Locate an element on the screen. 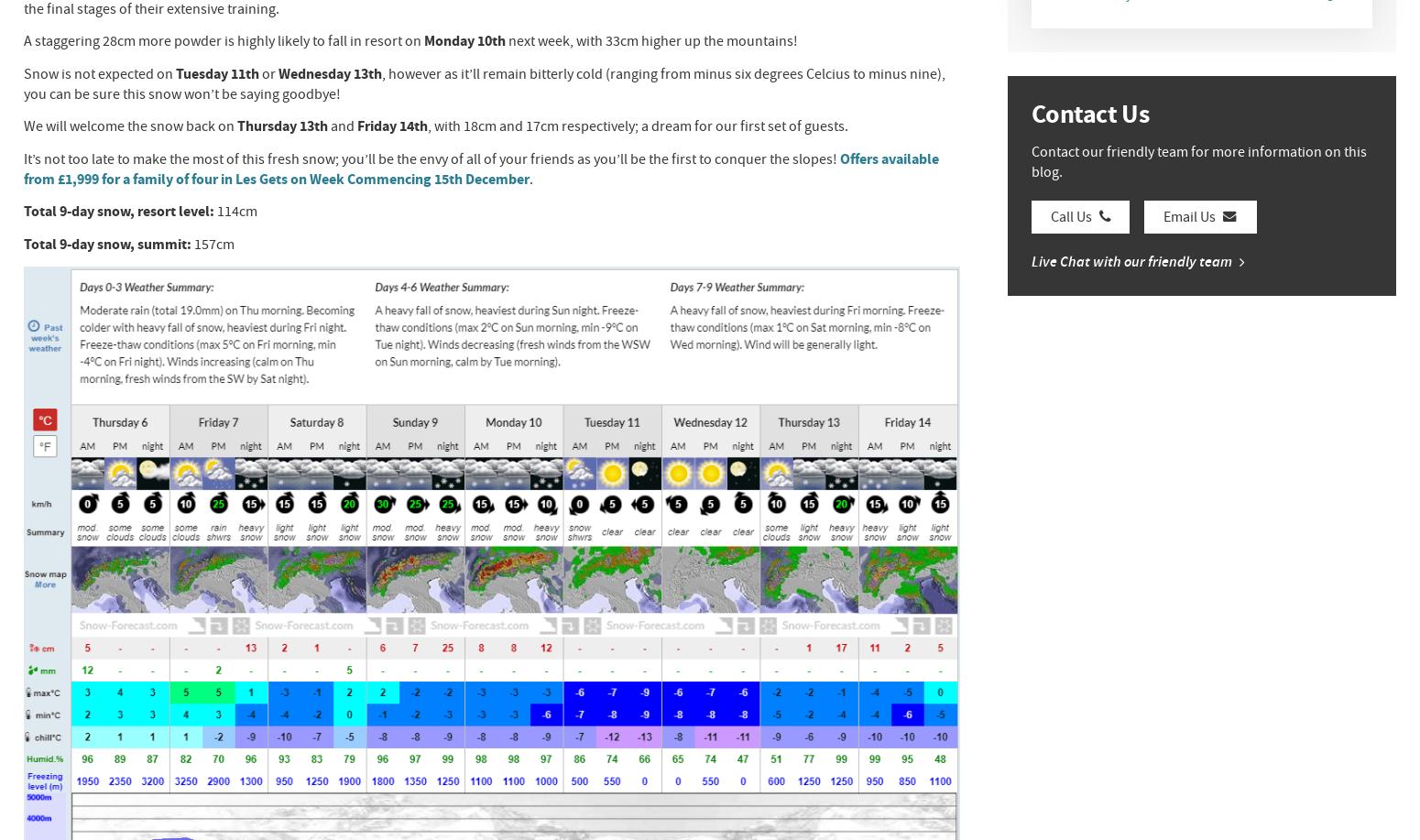  'Tuesday 11th' is located at coordinates (216, 71).